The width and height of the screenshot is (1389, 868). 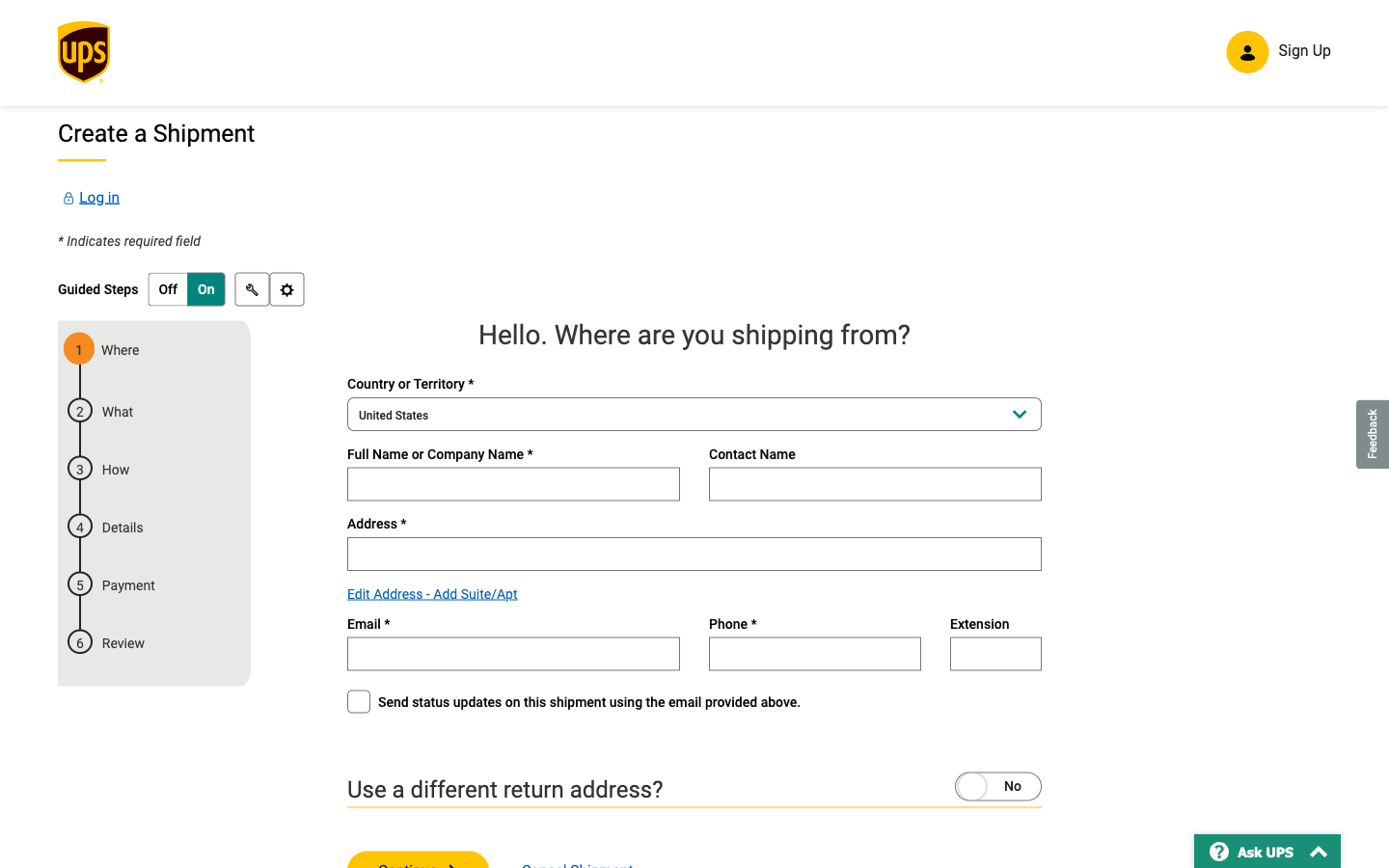 What do you see at coordinates (83, 57) in the screenshot?
I see `Return to the start page of UPS` at bounding box center [83, 57].